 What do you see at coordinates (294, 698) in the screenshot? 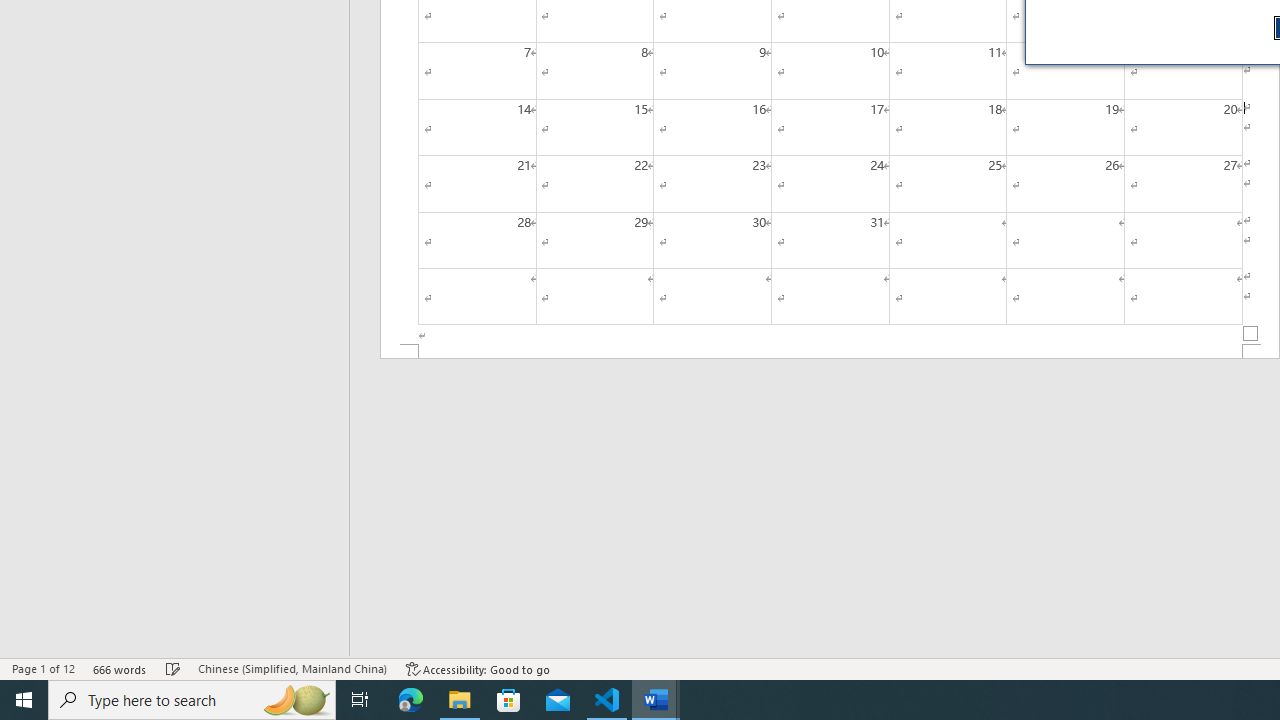
I see `'Search highlights icon opens search home window'` at bounding box center [294, 698].